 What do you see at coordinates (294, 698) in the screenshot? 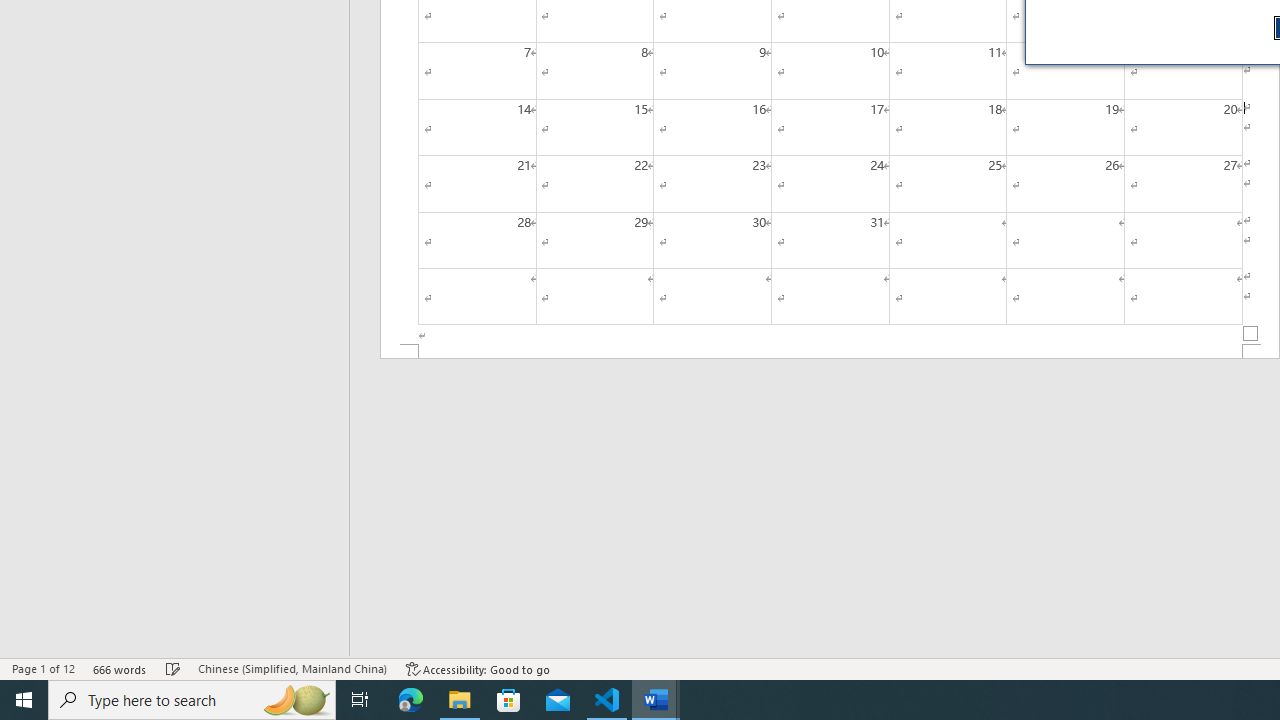
I see `'Search highlights icon opens search home window'` at bounding box center [294, 698].